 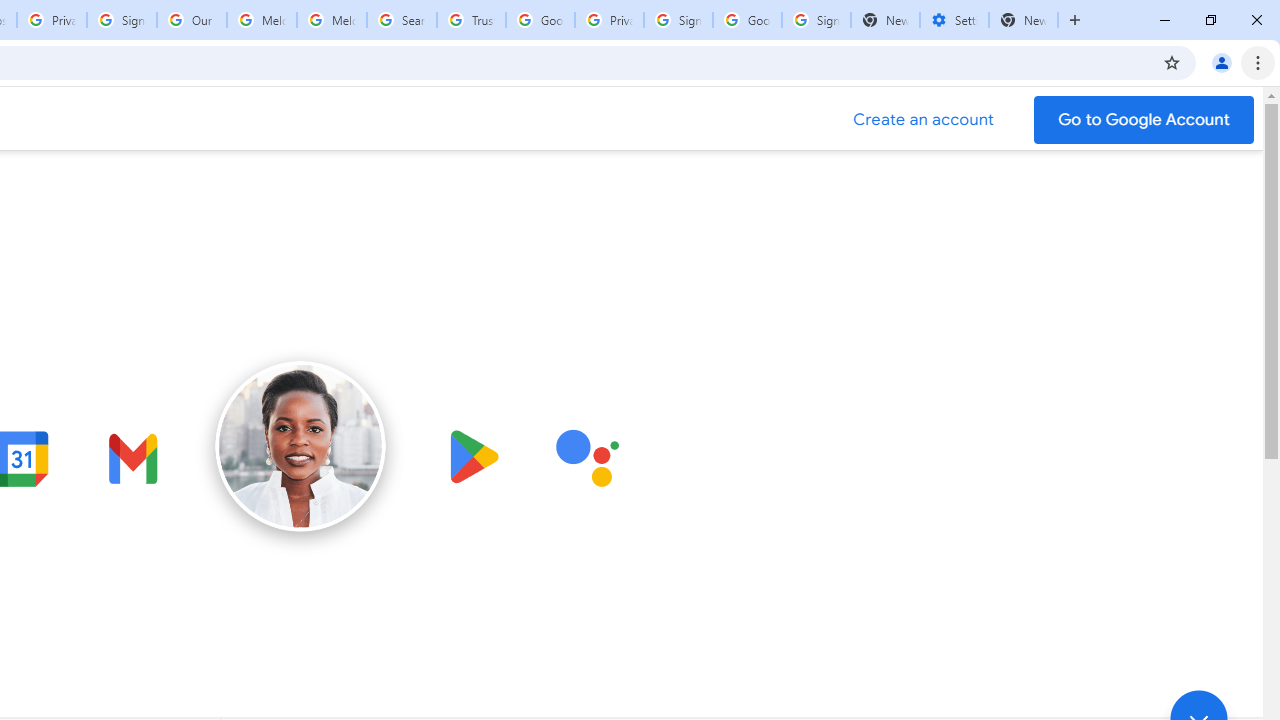 What do you see at coordinates (1024, 20) in the screenshot?
I see `'New Tab'` at bounding box center [1024, 20].